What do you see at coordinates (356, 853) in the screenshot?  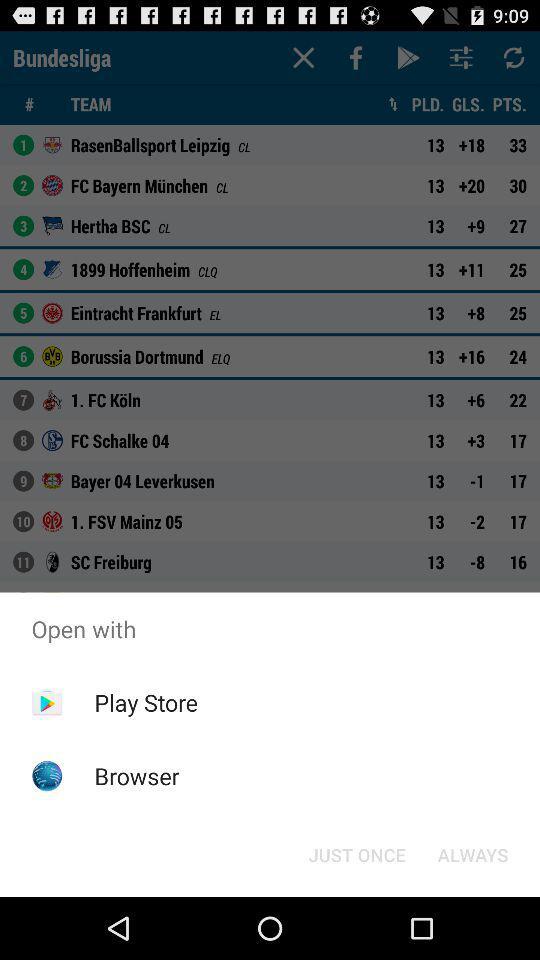 I see `icon to the left of the always icon` at bounding box center [356, 853].